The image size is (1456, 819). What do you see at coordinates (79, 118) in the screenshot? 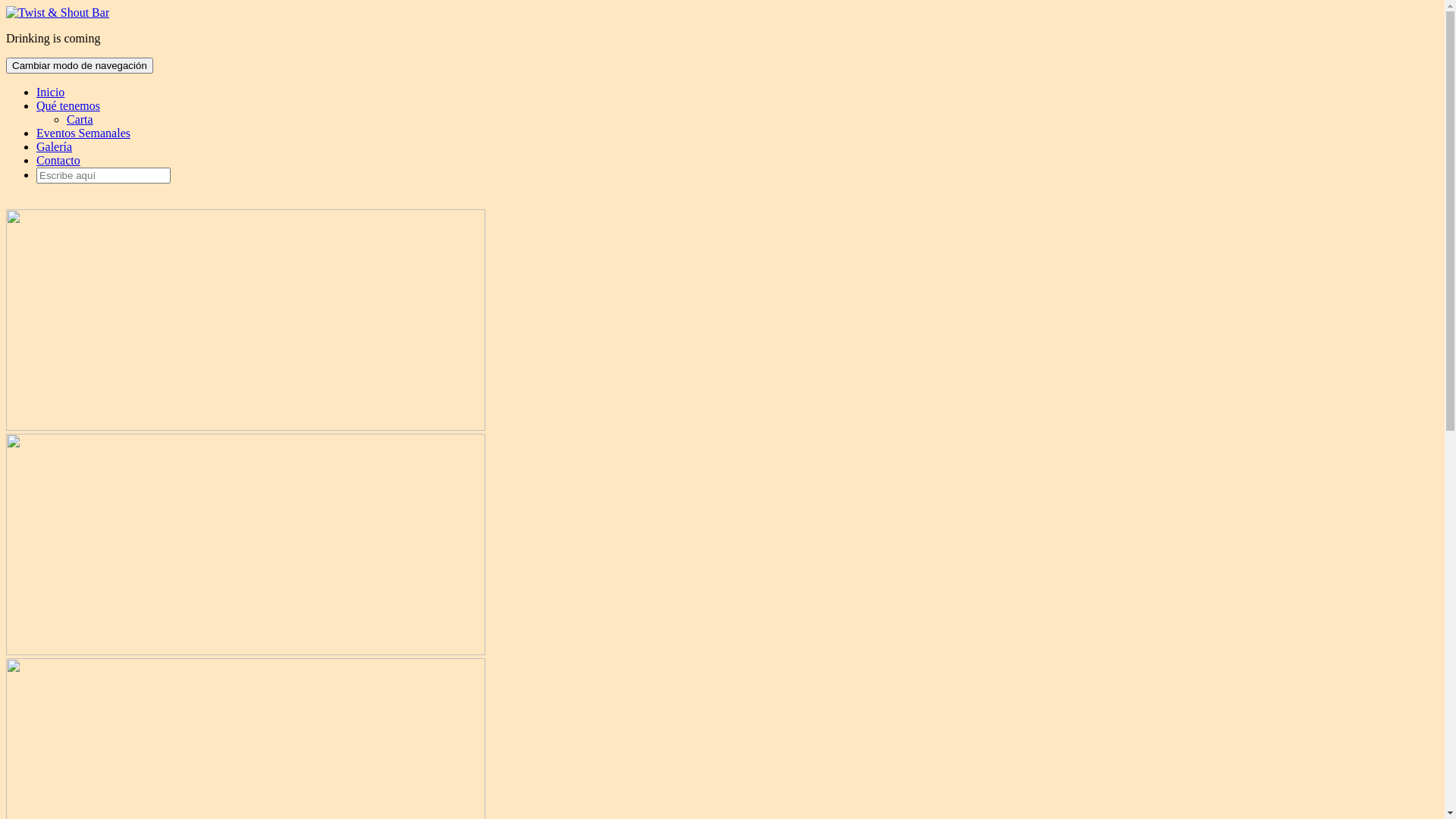
I see `'Carta'` at bounding box center [79, 118].